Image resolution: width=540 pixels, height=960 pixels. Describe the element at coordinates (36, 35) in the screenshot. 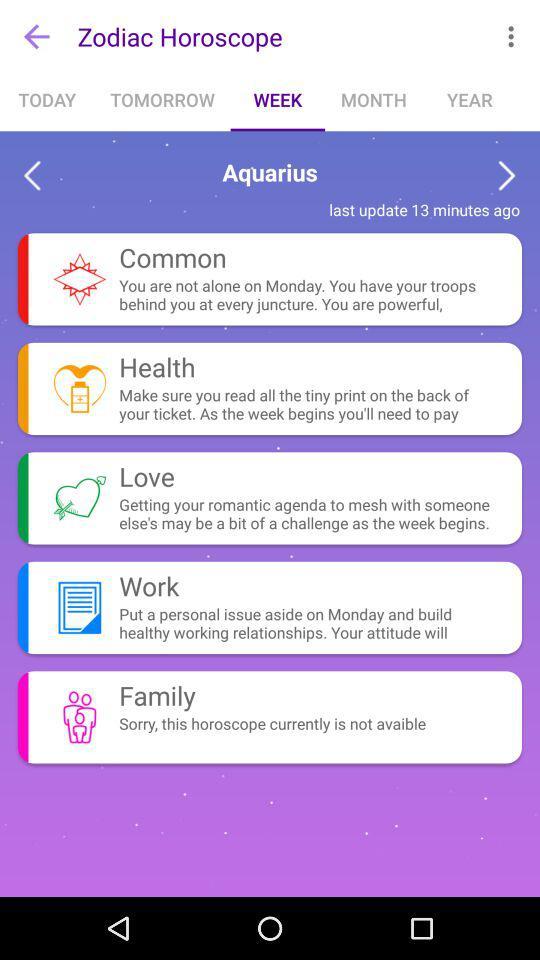

I see `the icon next to zodiac horoscope icon` at that location.